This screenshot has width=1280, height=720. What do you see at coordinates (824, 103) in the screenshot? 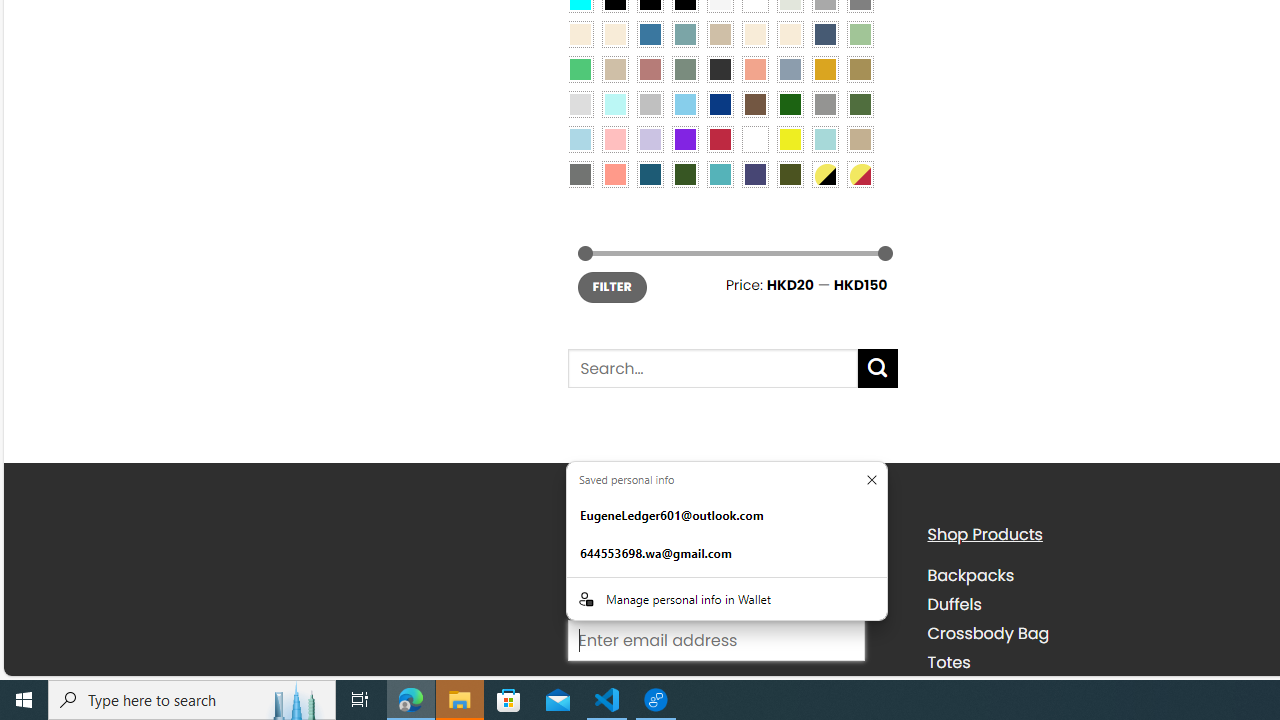
I see `'Gray'` at bounding box center [824, 103].